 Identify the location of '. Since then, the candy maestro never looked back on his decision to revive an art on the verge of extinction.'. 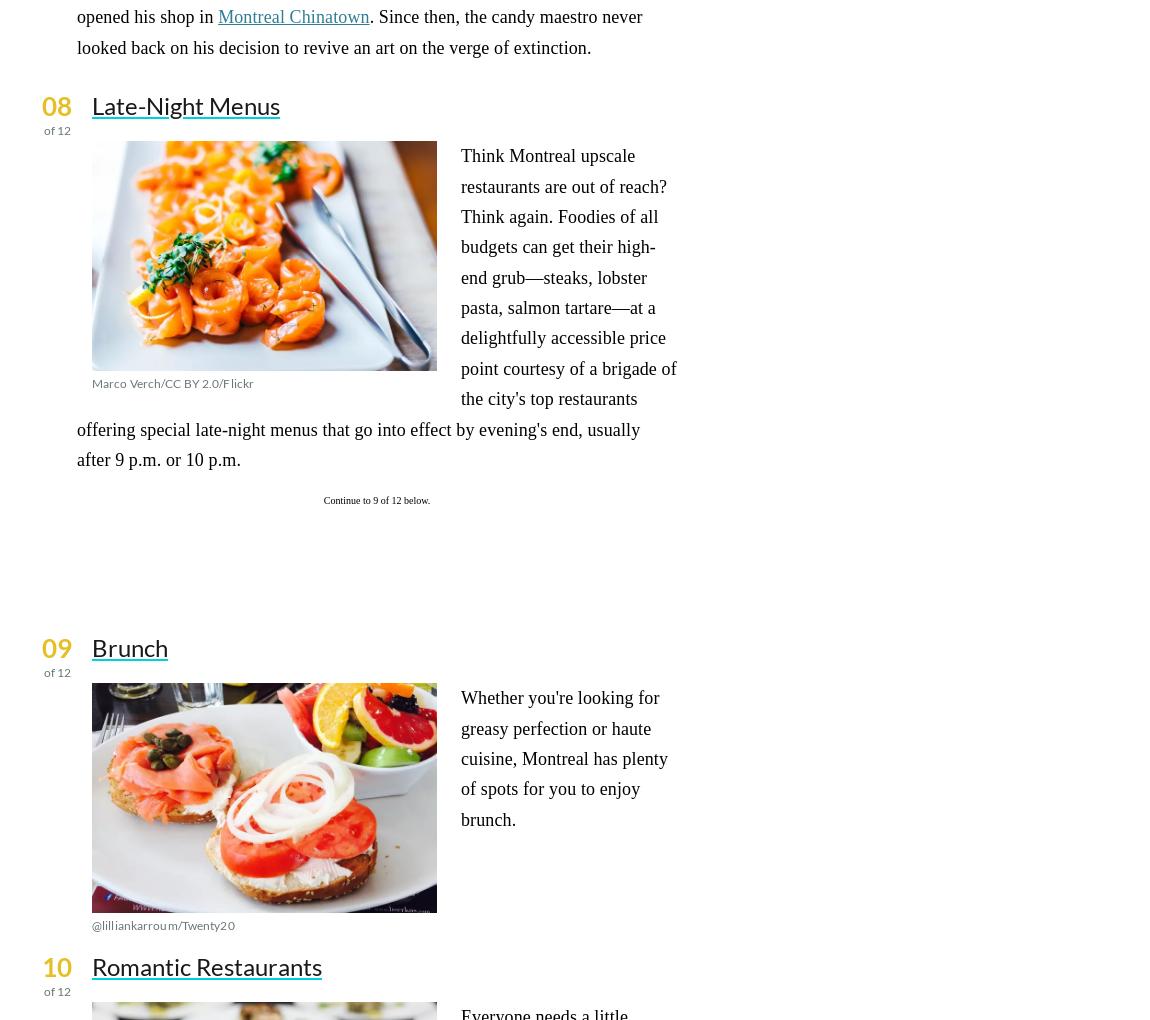
(359, 31).